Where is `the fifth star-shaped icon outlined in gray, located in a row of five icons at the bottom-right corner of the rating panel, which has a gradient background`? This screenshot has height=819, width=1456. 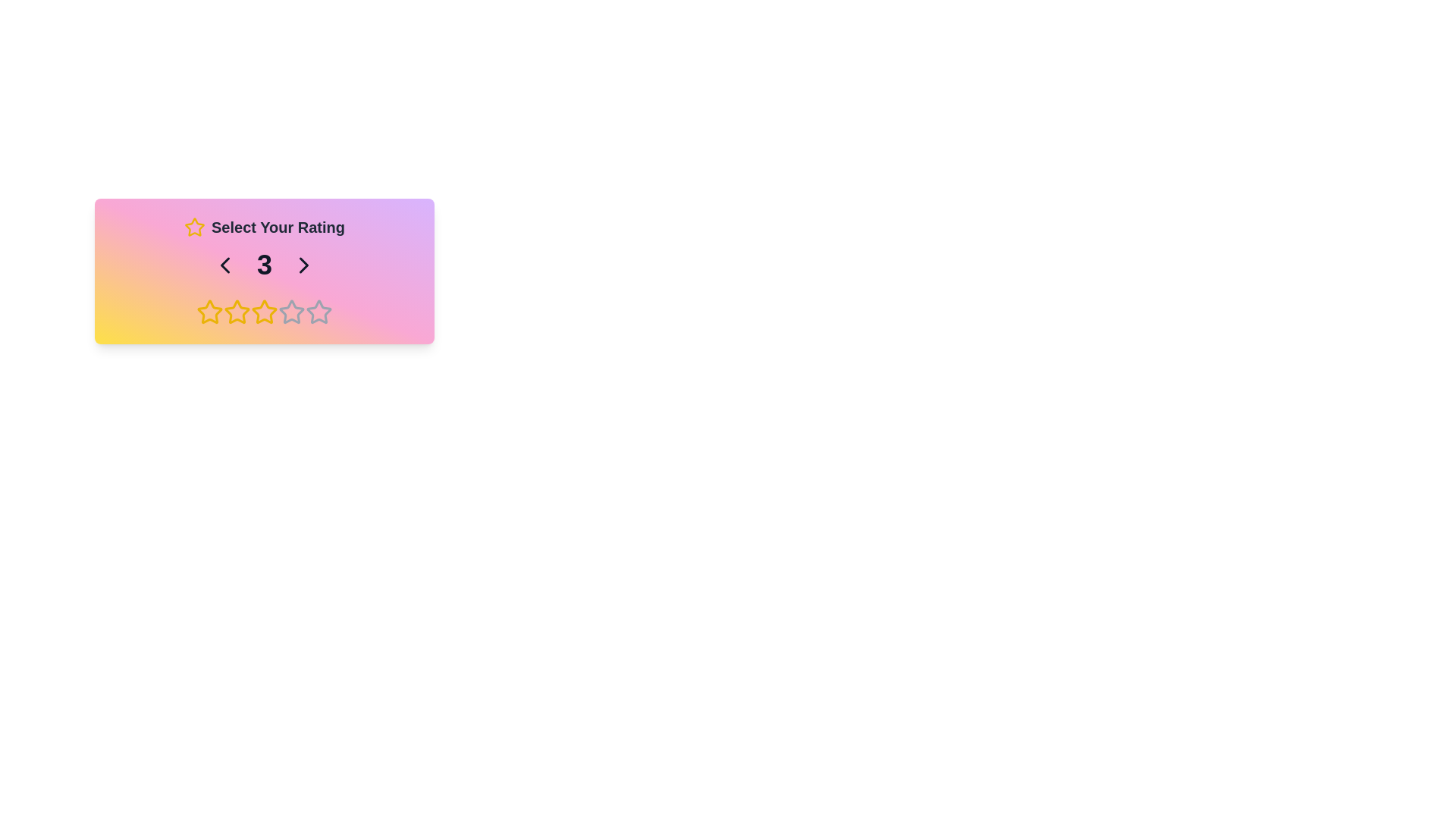 the fifth star-shaped icon outlined in gray, located in a row of five icons at the bottom-right corner of the rating panel, which has a gradient background is located at coordinates (318, 311).